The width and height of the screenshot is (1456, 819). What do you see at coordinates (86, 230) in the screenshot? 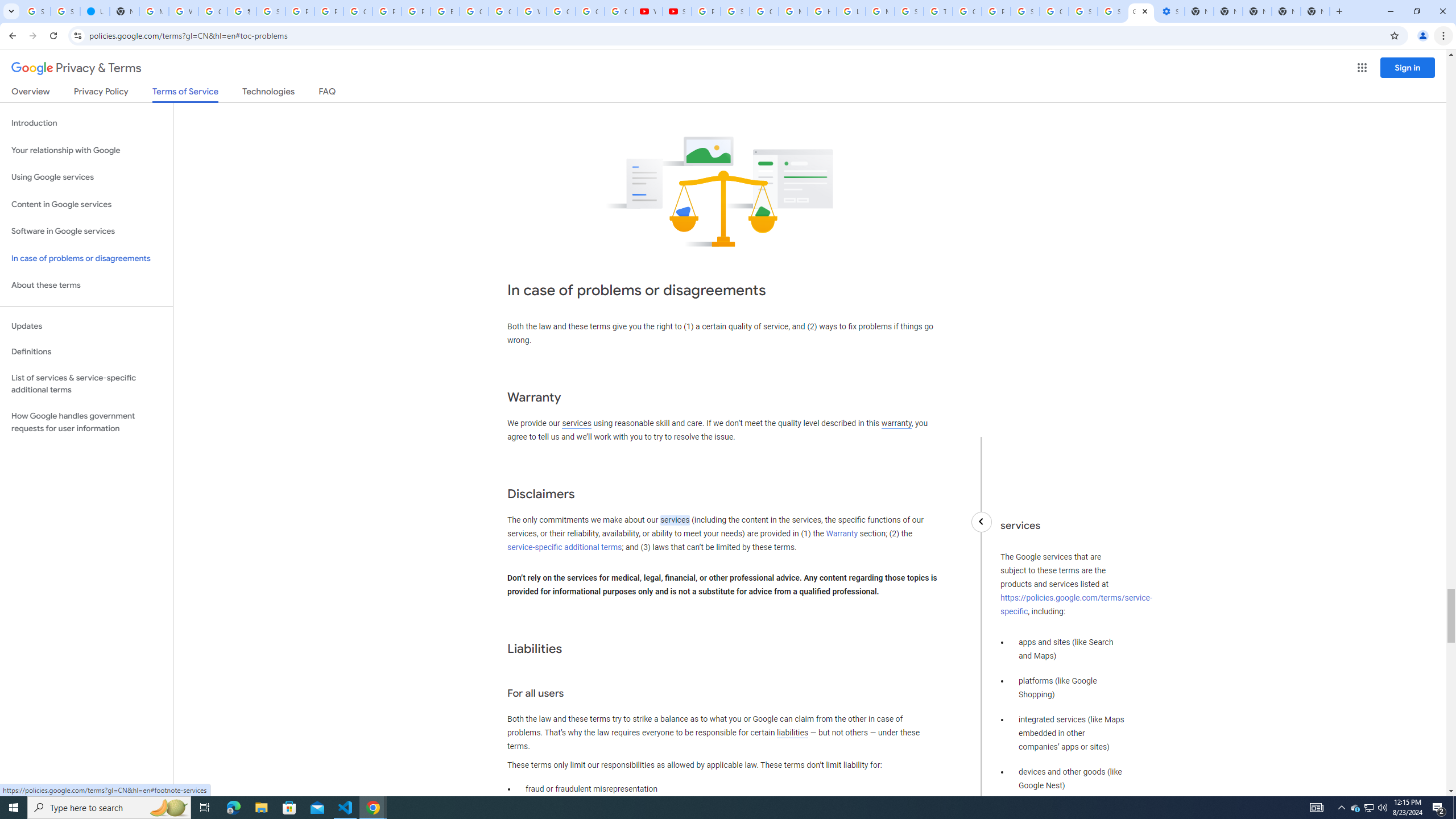
I see `'Software in Google services'` at bounding box center [86, 230].